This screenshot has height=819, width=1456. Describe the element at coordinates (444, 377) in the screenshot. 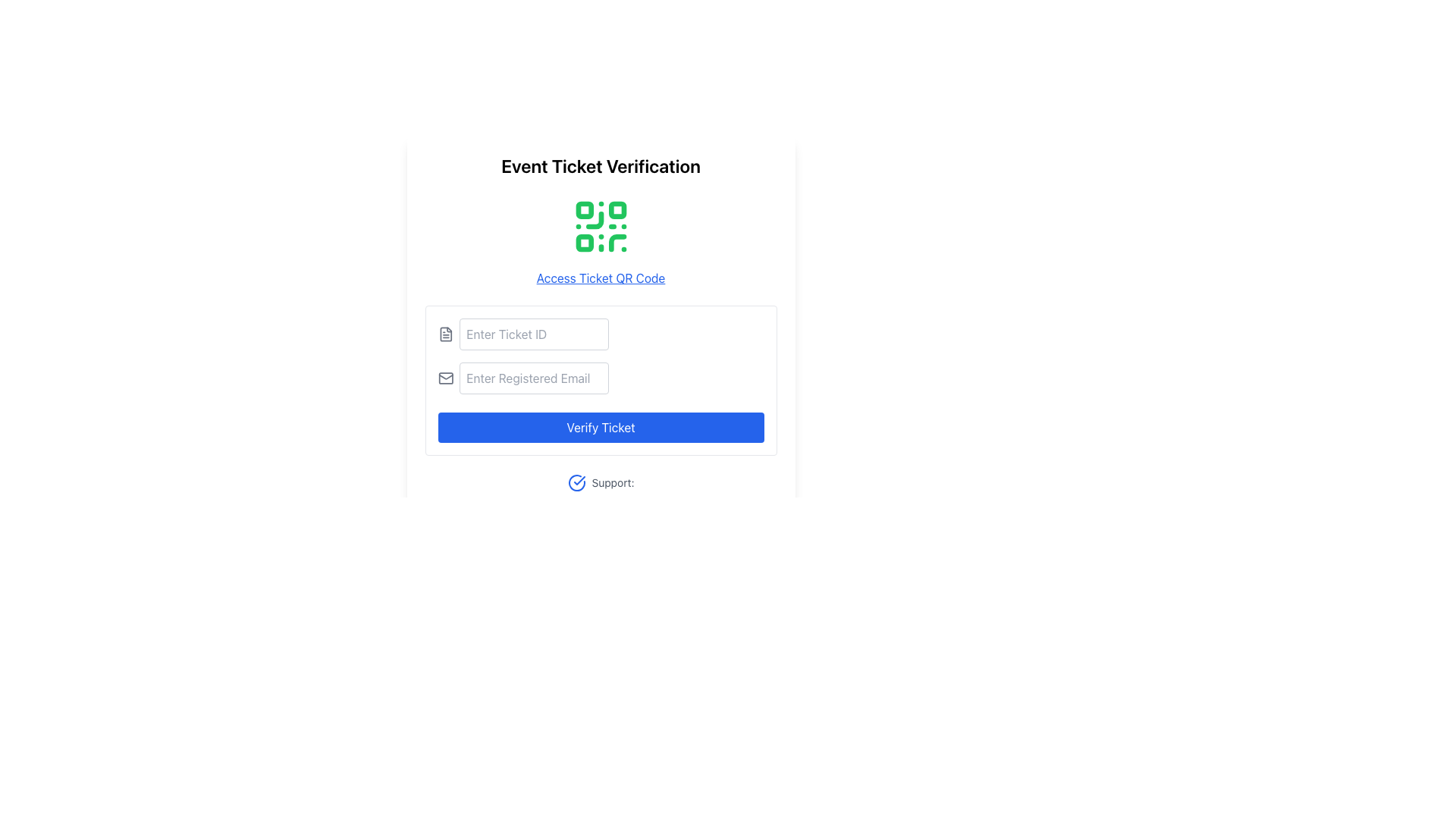

I see `the email icon, which is outlined in gray and resembles an envelope, positioned to the left of the input field labeled 'Enter Registered Email'` at that location.